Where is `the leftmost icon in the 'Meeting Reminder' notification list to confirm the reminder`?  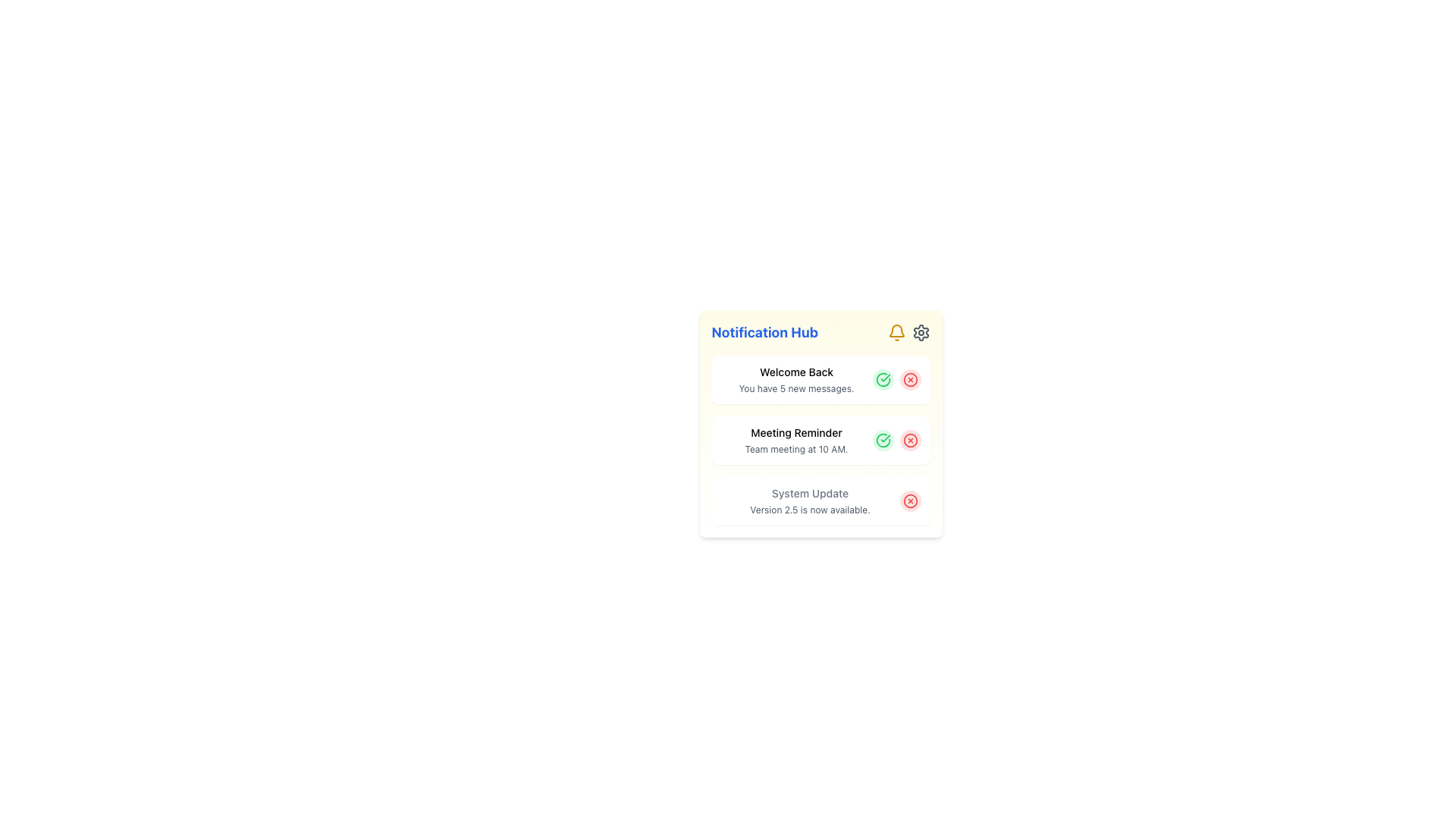 the leftmost icon in the 'Meeting Reminder' notification list to confirm the reminder is located at coordinates (883, 441).